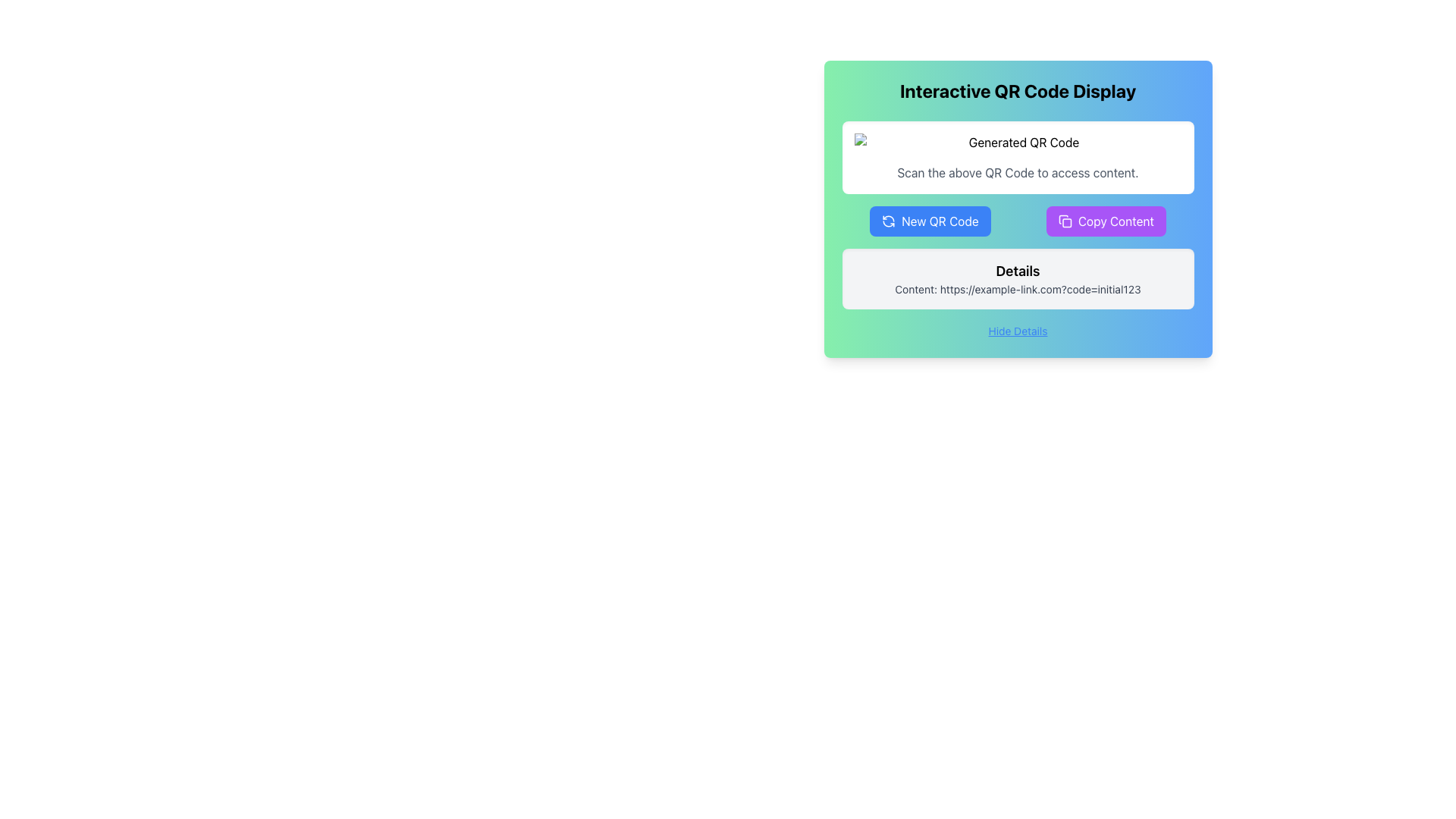 The image size is (1456, 819). What do you see at coordinates (1064, 221) in the screenshot?
I see `the 'Copy Content' button which contains the icon representing the copy functionality, located to the right of the 'New QR Code' button` at bounding box center [1064, 221].